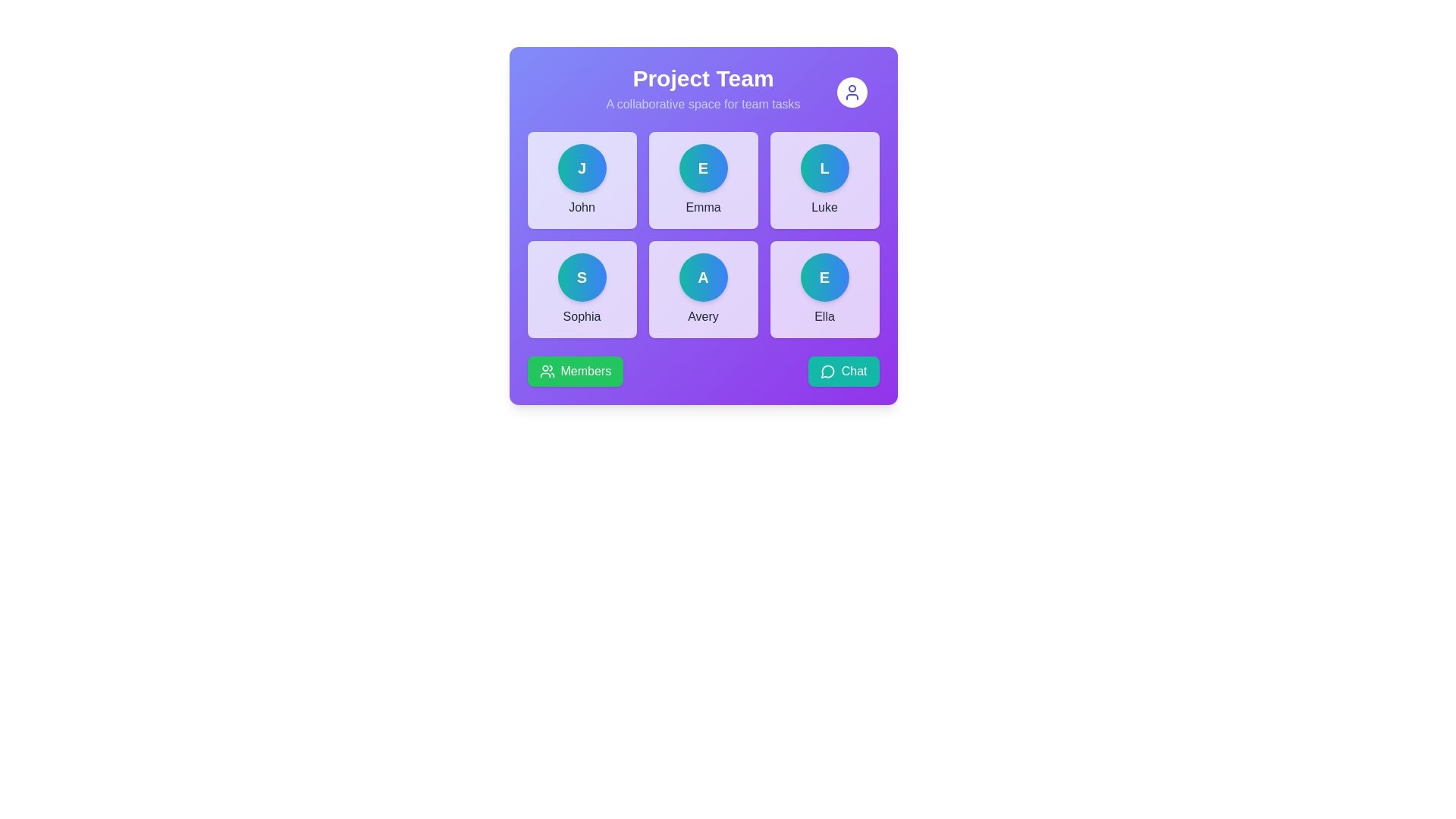 Image resolution: width=1456 pixels, height=819 pixels. What do you see at coordinates (581, 278) in the screenshot?
I see `the circular avatar button with a gradient background and the letter 'S' inside, located in the first column of the second row on the card labeled 'Sophia'` at bounding box center [581, 278].